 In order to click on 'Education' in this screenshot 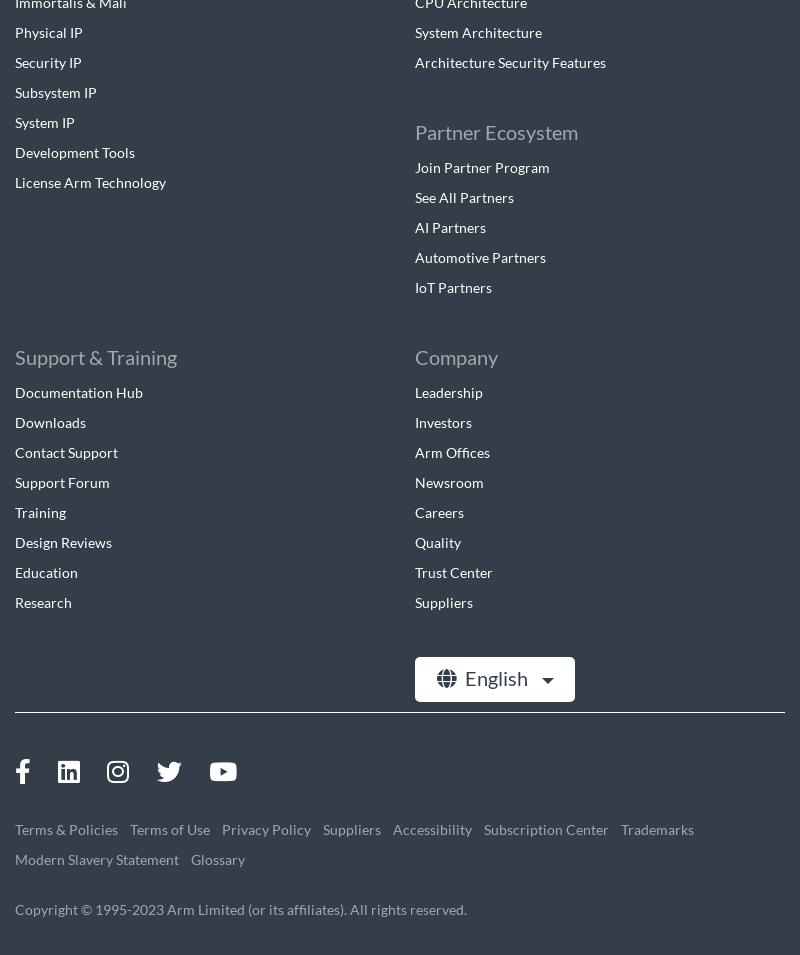, I will do `click(45, 571)`.